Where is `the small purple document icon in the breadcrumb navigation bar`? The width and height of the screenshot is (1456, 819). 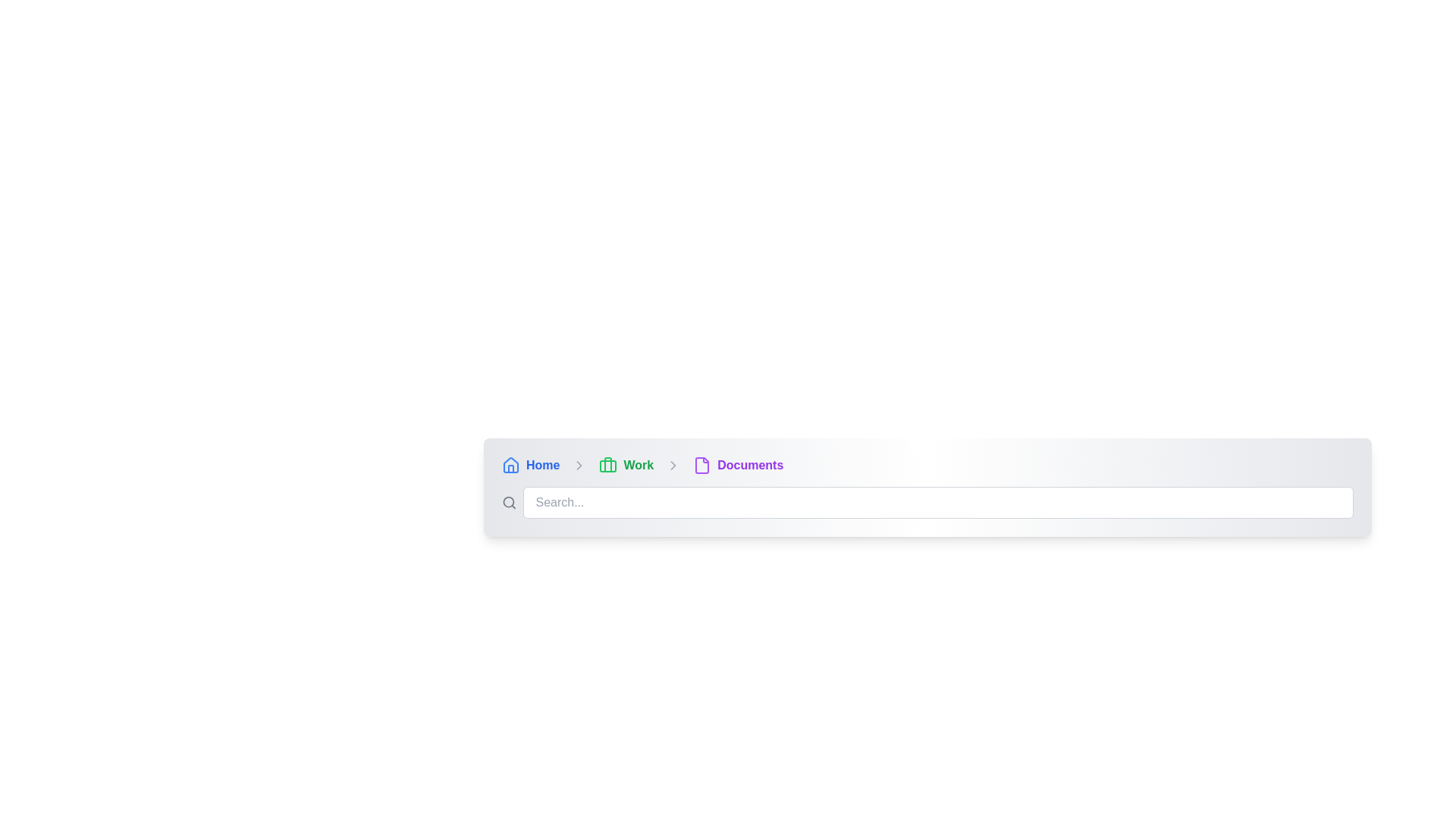 the small purple document icon in the breadcrumb navigation bar is located at coordinates (701, 464).